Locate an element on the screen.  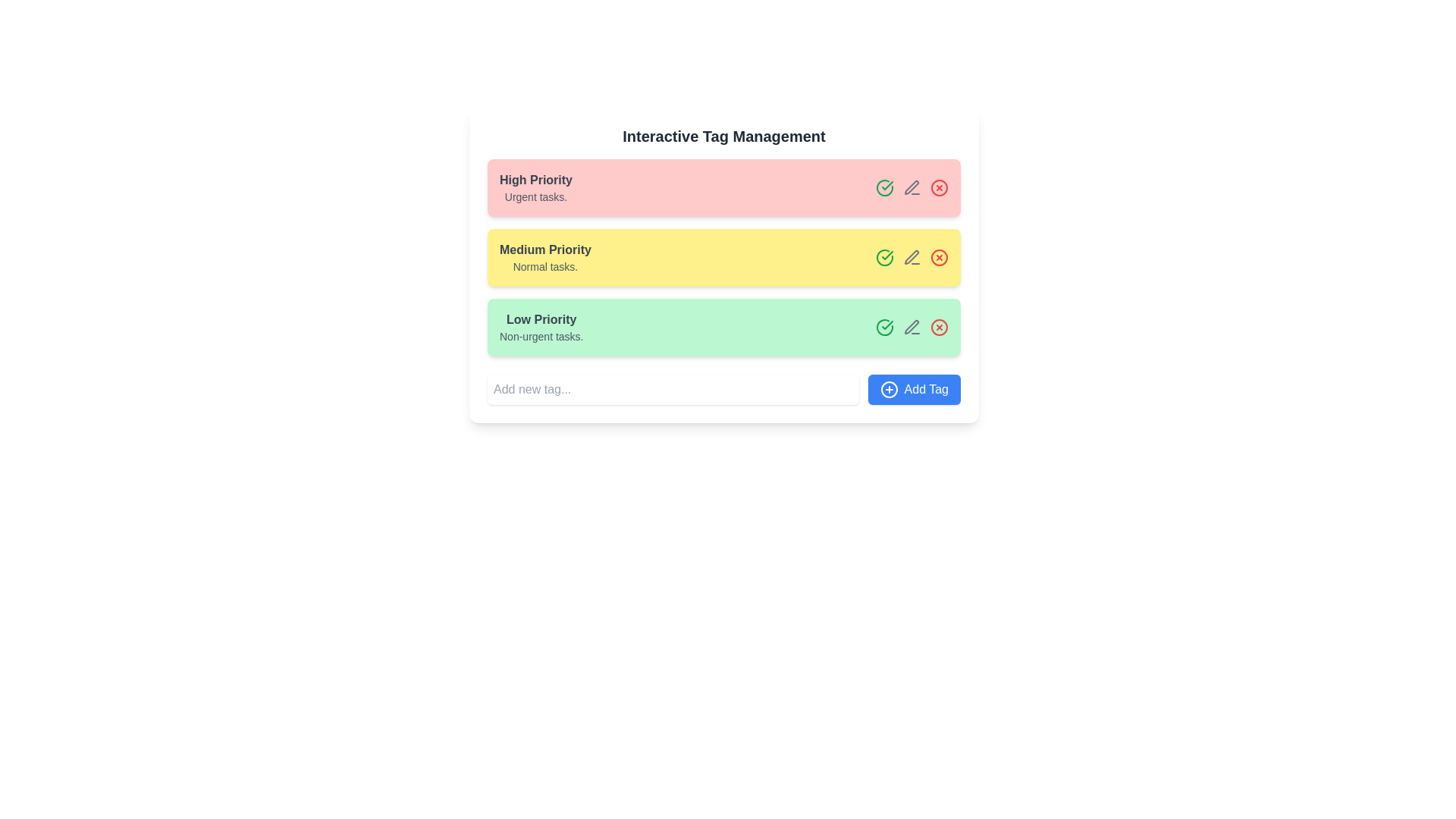
the small green checkmark icon, which is part of the UI for confirming actions in the 'Low Priority' section is located at coordinates (887, 324).